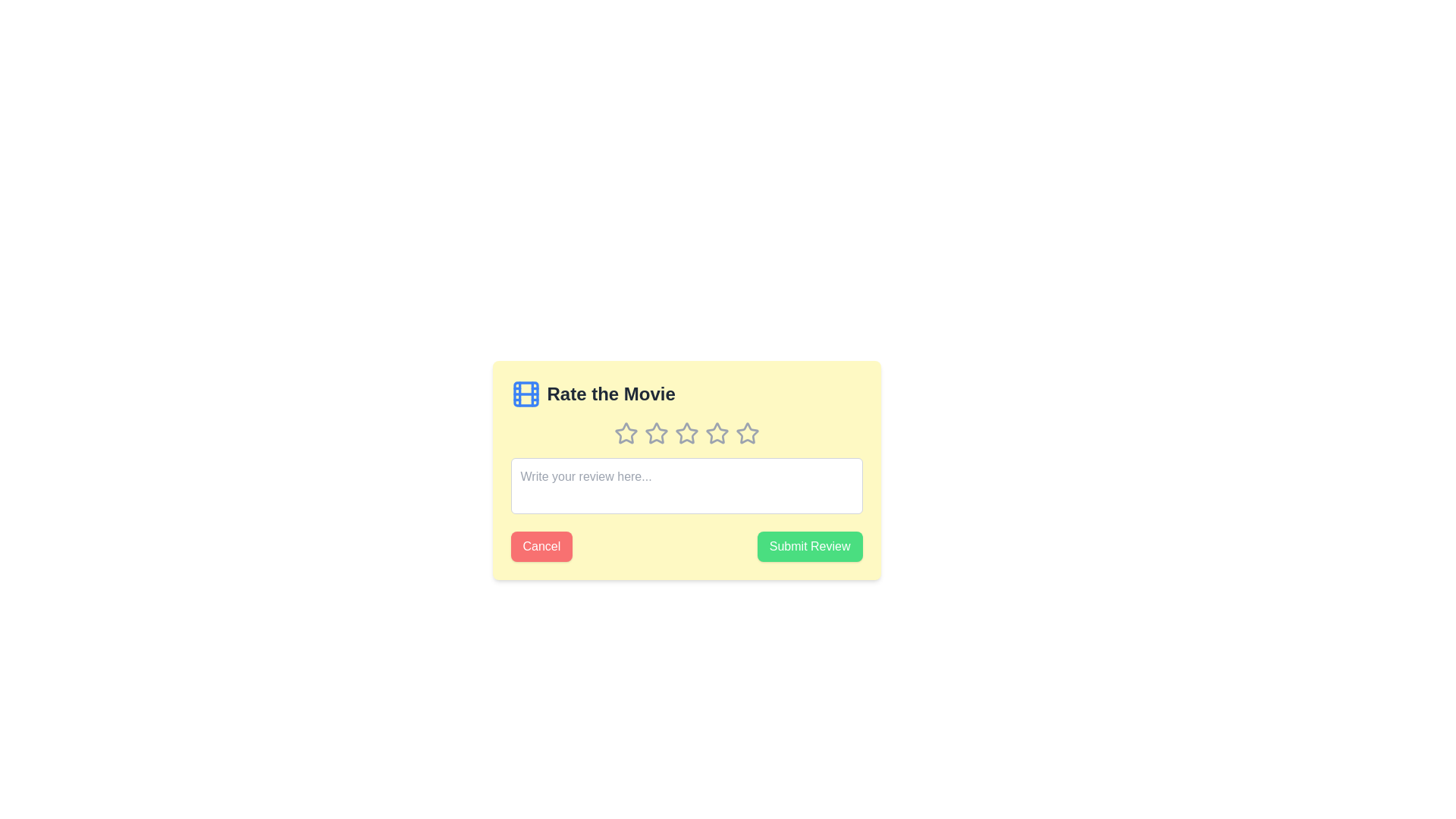 Image resolution: width=1456 pixels, height=819 pixels. Describe the element at coordinates (611, 394) in the screenshot. I see `the bold text label reading 'Rate the Movie', which is aligned horizontally next to a film strip icon and positioned above five star icons` at that location.